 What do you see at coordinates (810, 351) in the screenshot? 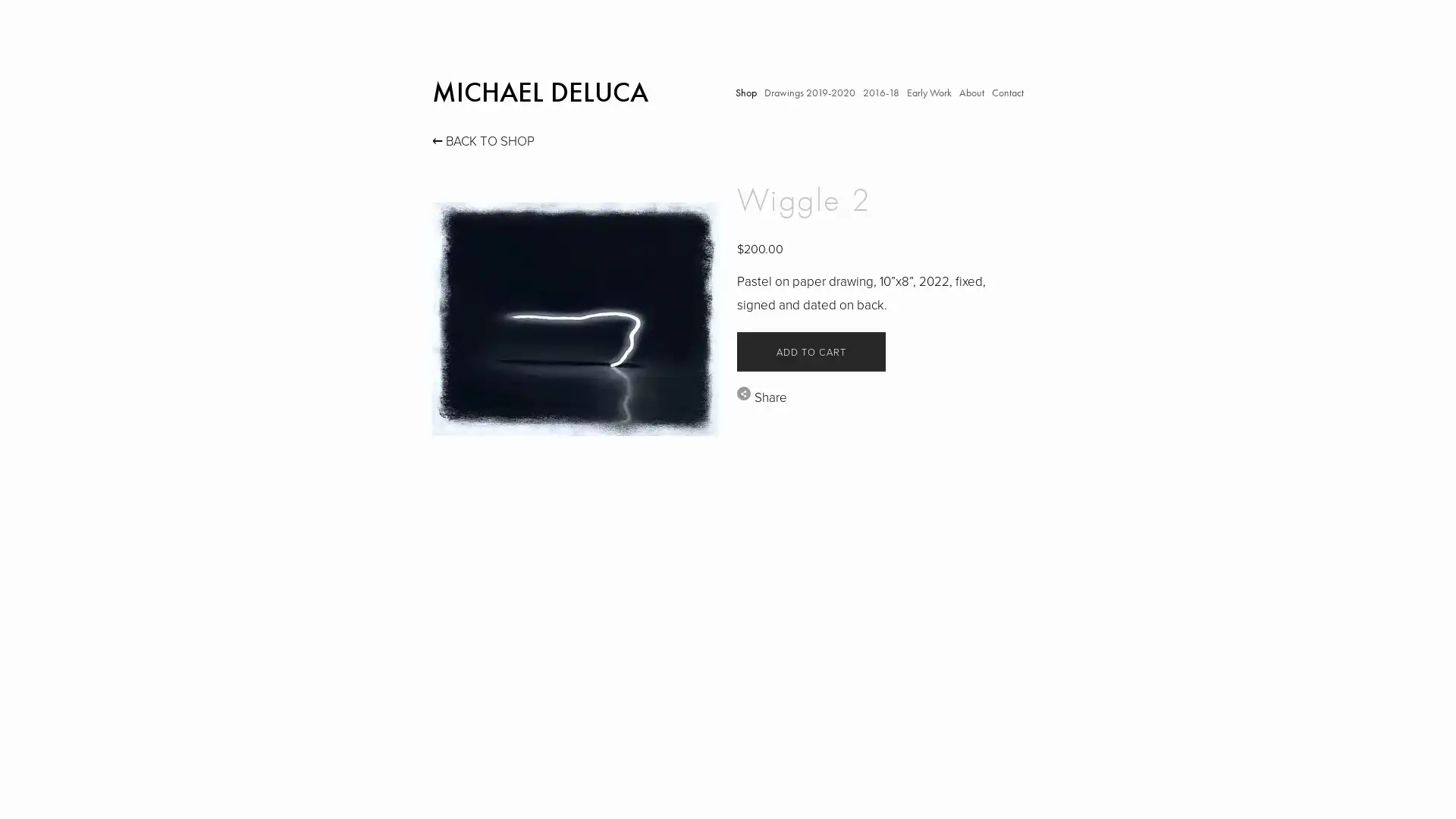
I see `ADD TO CART` at bounding box center [810, 351].